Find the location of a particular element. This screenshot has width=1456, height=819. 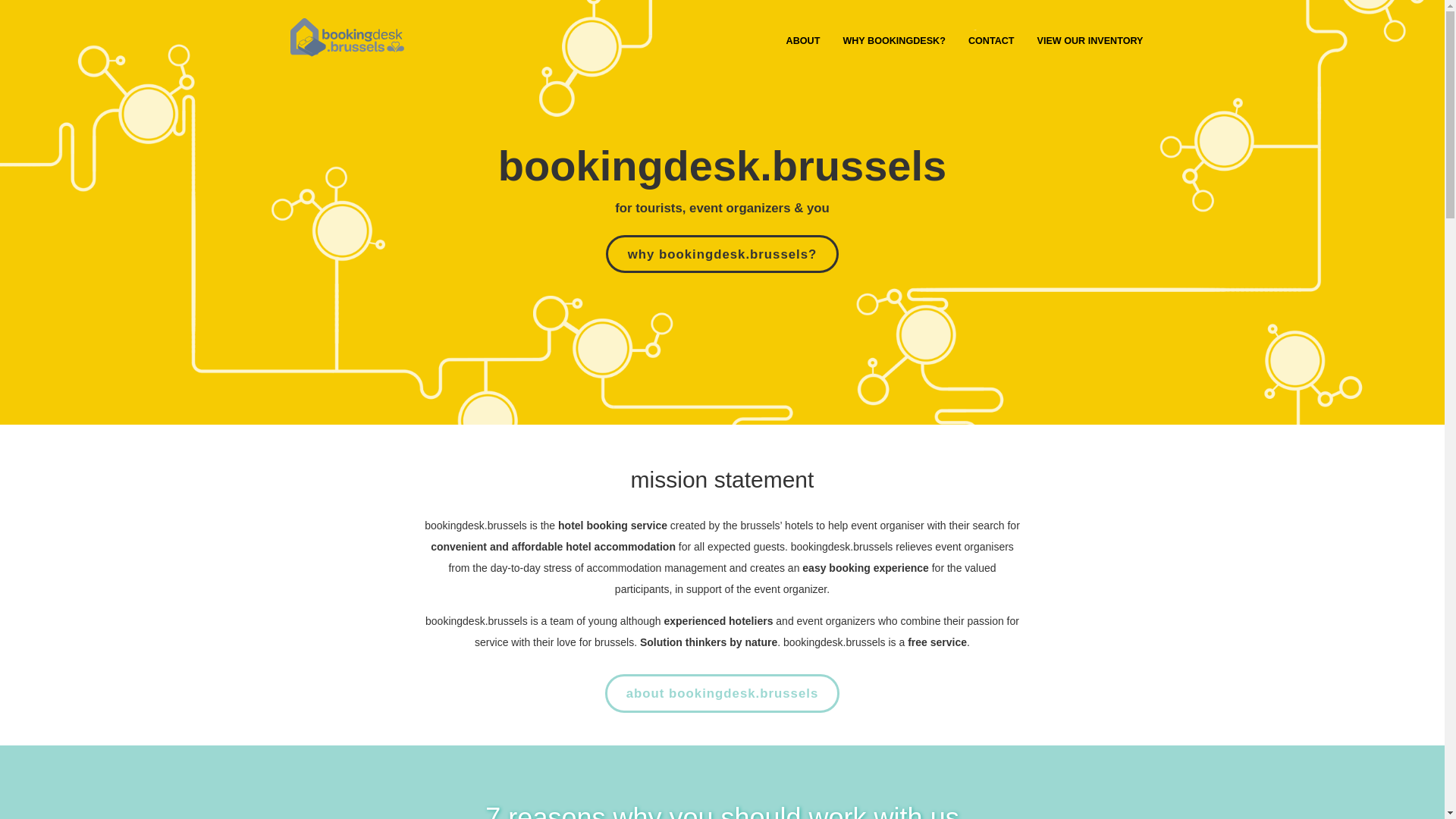

'why bookingdesk.brussels?' is located at coordinates (604, 253).